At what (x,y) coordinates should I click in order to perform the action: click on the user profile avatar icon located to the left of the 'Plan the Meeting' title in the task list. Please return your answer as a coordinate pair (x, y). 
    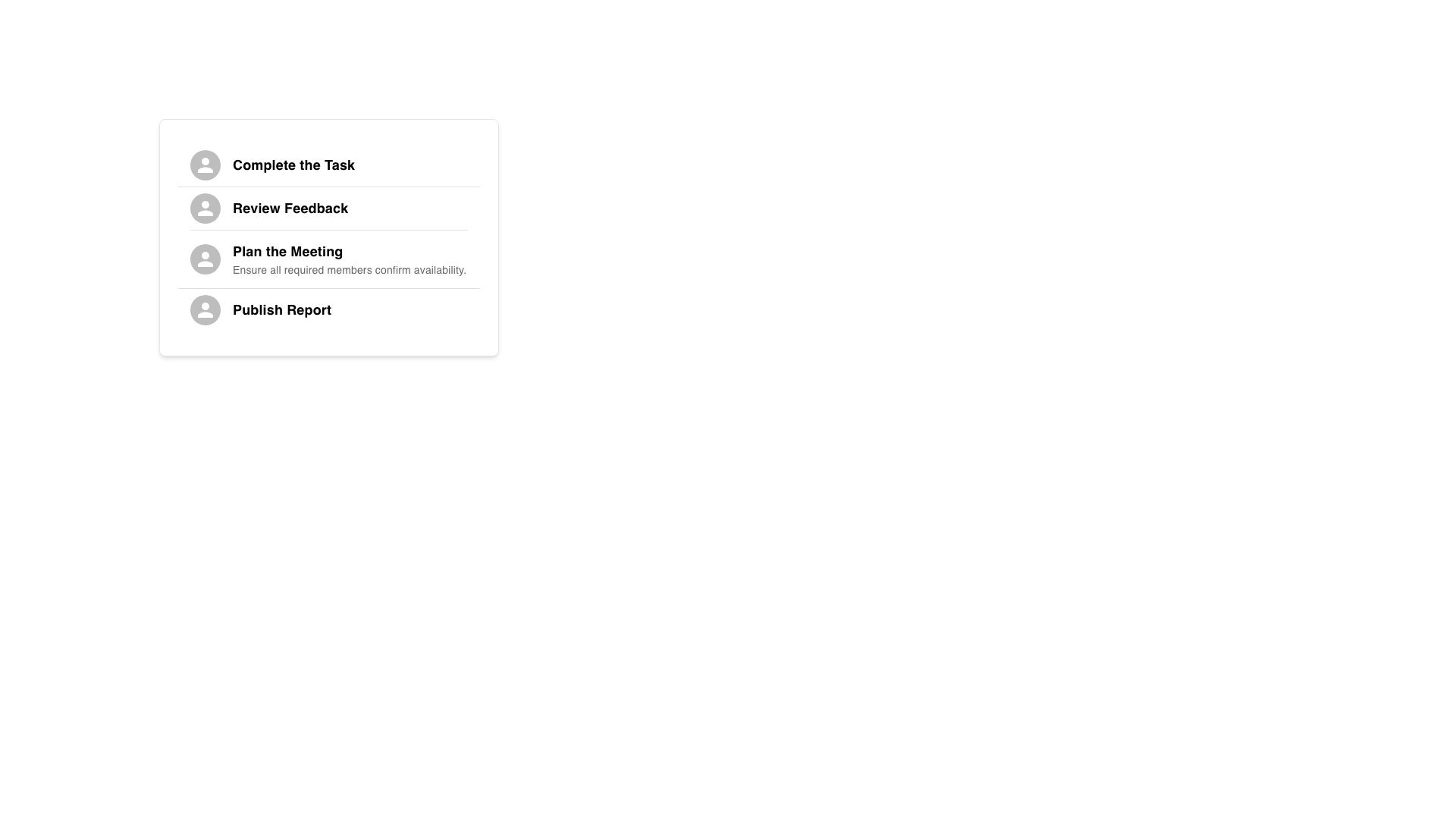
    Looking at the image, I should click on (204, 259).